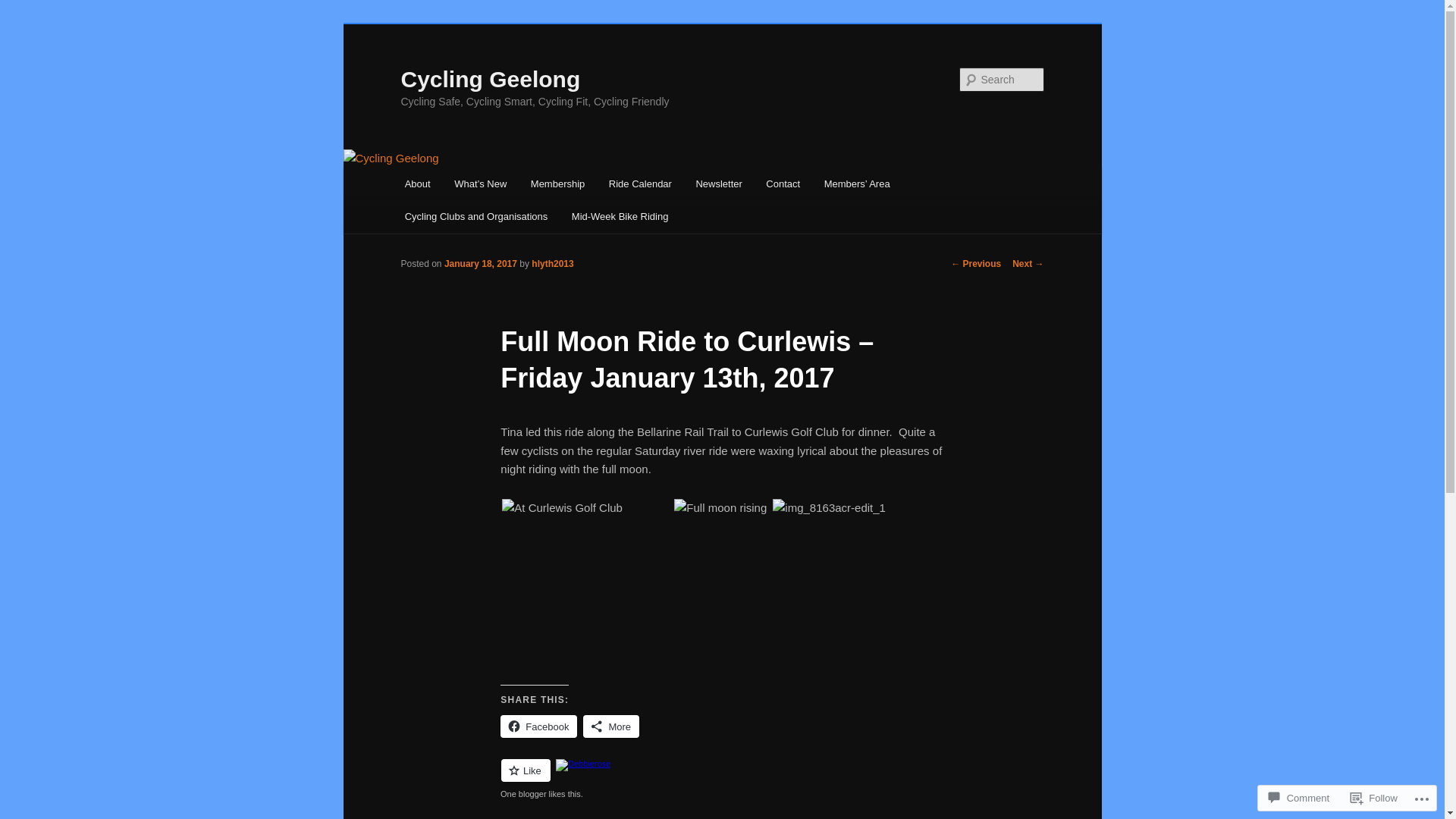  What do you see at coordinates (417, 183) in the screenshot?
I see `'About'` at bounding box center [417, 183].